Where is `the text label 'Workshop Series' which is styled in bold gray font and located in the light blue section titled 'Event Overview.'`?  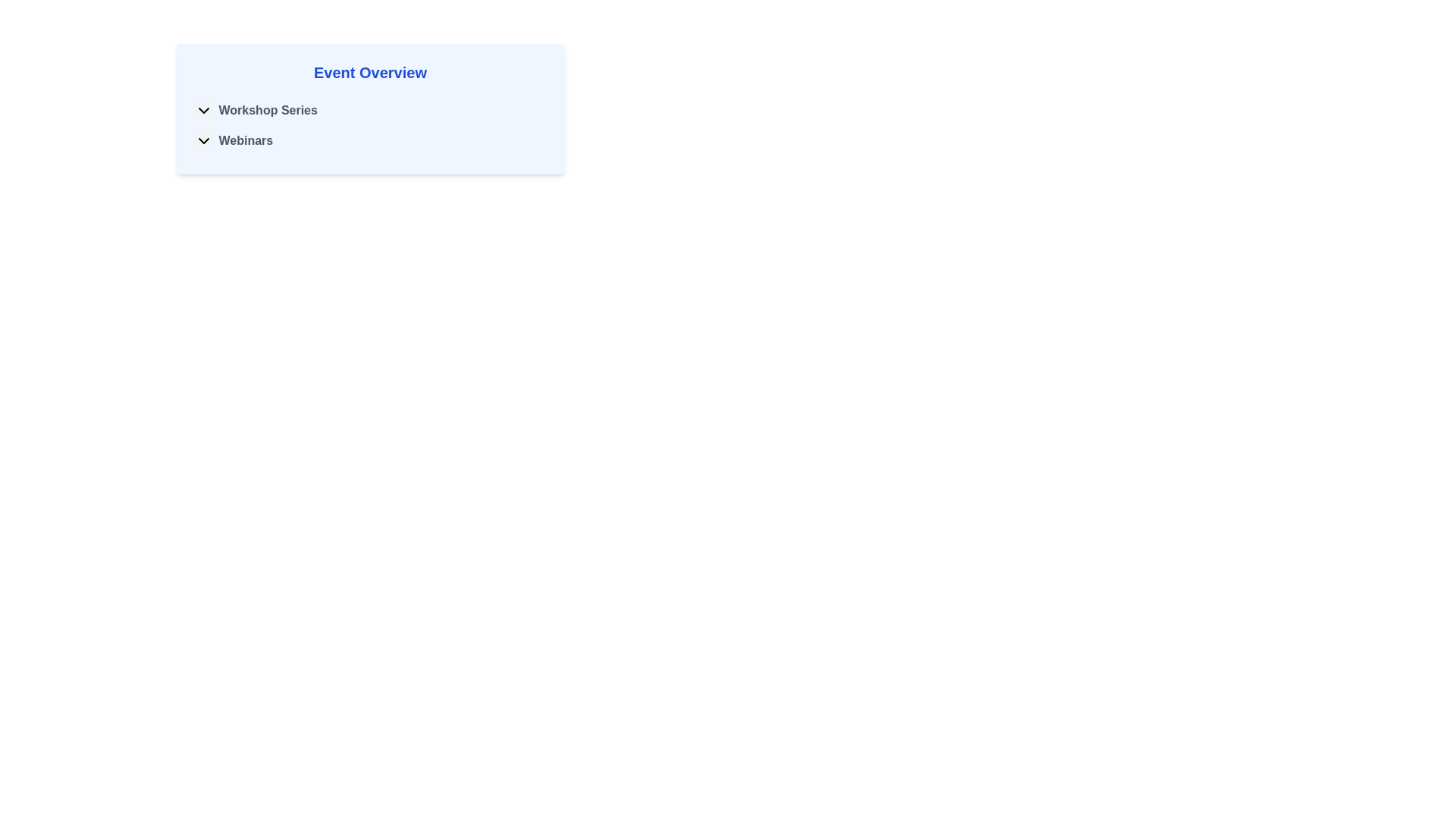
the text label 'Workshop Series' which is styled in bold gray font and located in the light blue section titled 'Event Overview.' is located at coordinates (268, 110).